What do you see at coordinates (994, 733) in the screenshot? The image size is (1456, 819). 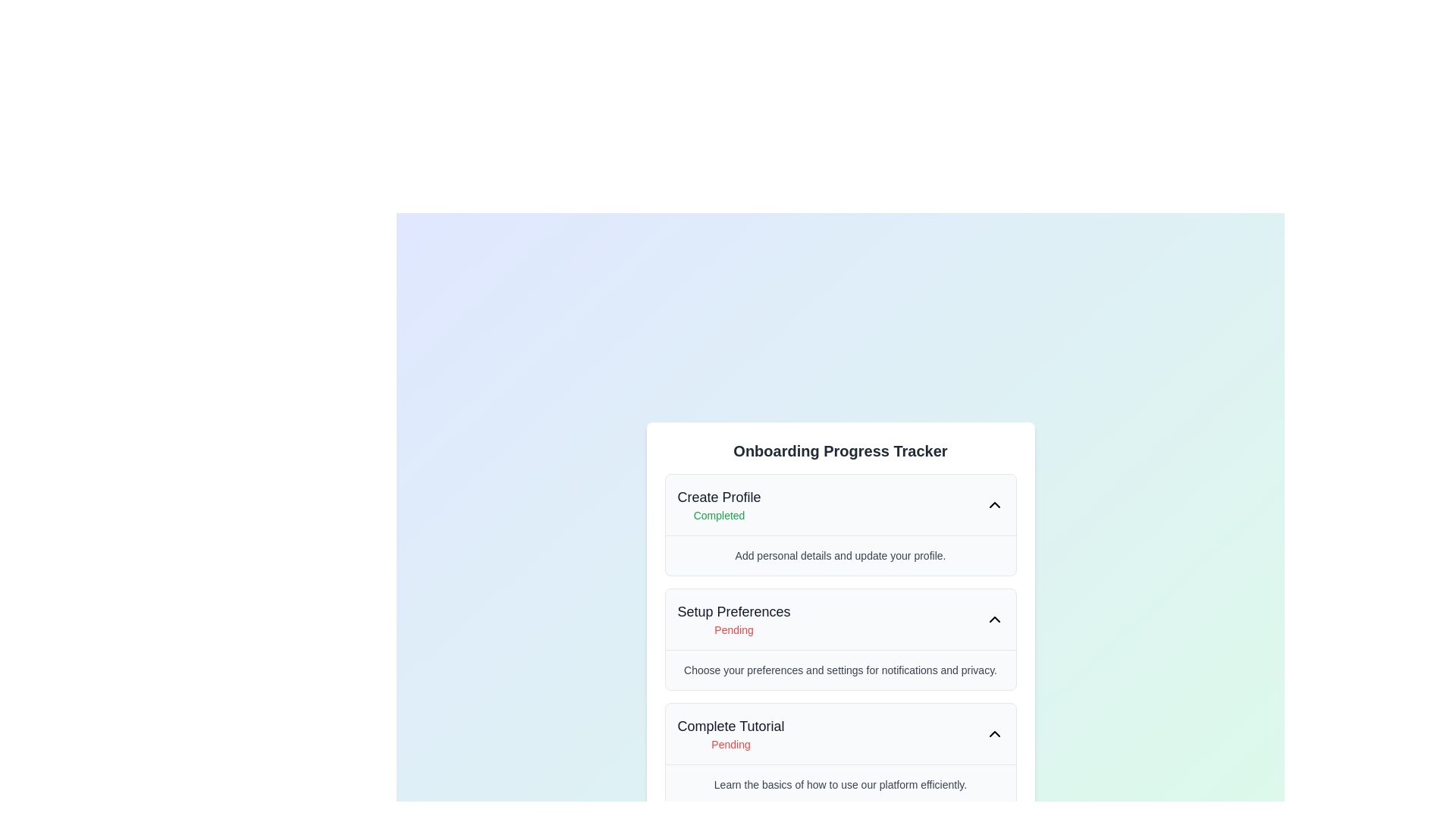 I see `the toggle icon located at the right end of the 'Complete Tutorial' section header in the 'Onboarding Progress Tracker'` at bounding box center [994, 733].